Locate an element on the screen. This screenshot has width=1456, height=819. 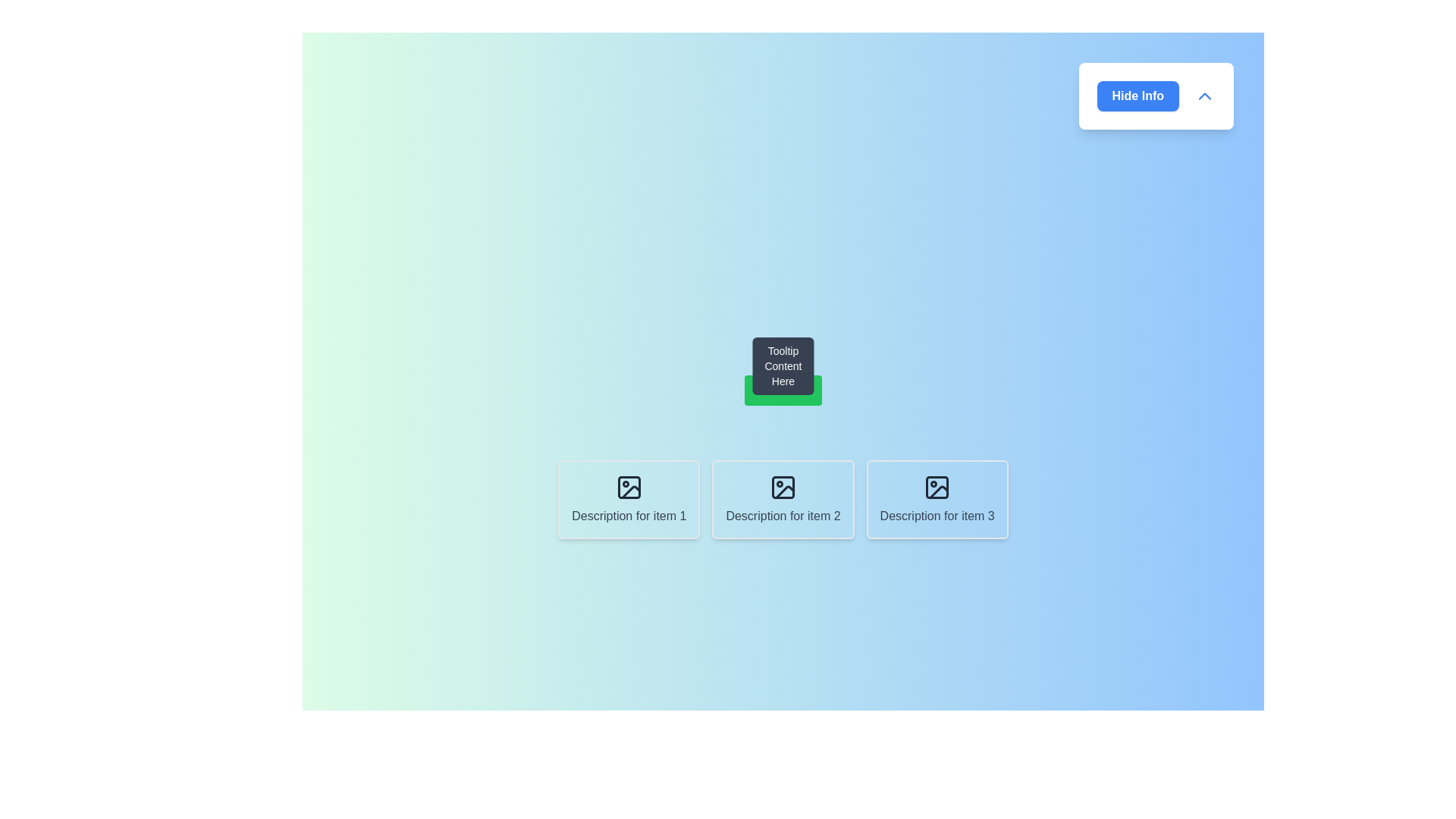
the 'Hover me' button, which is a rectangular button with rounded corners and a green background located in the central upper part of the interface is located at coordinates (783, 390).